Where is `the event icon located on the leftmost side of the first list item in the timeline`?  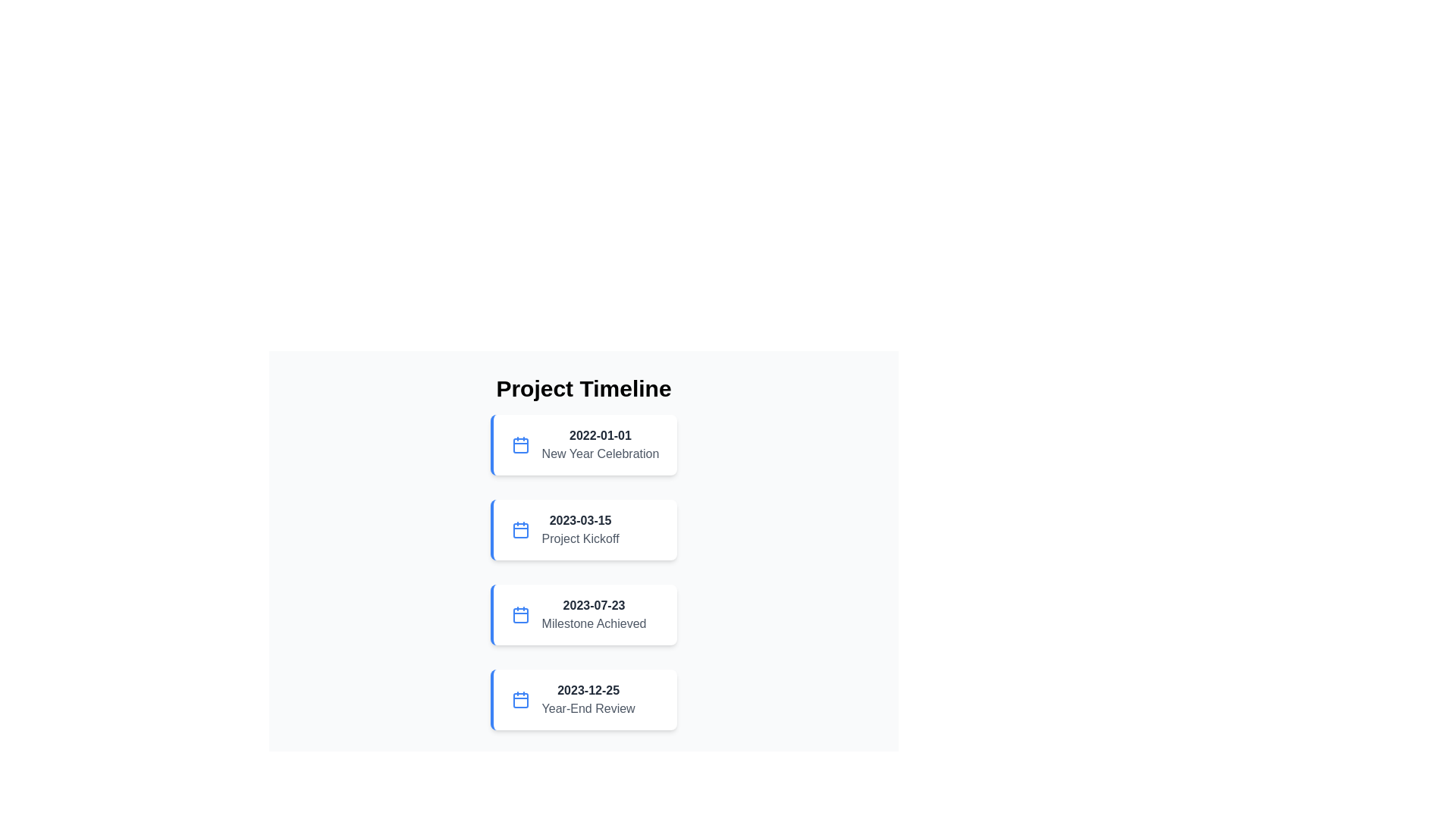 the event icon located on the leftmost side of the first list item in the timeline is located at coordinates (520, 444).